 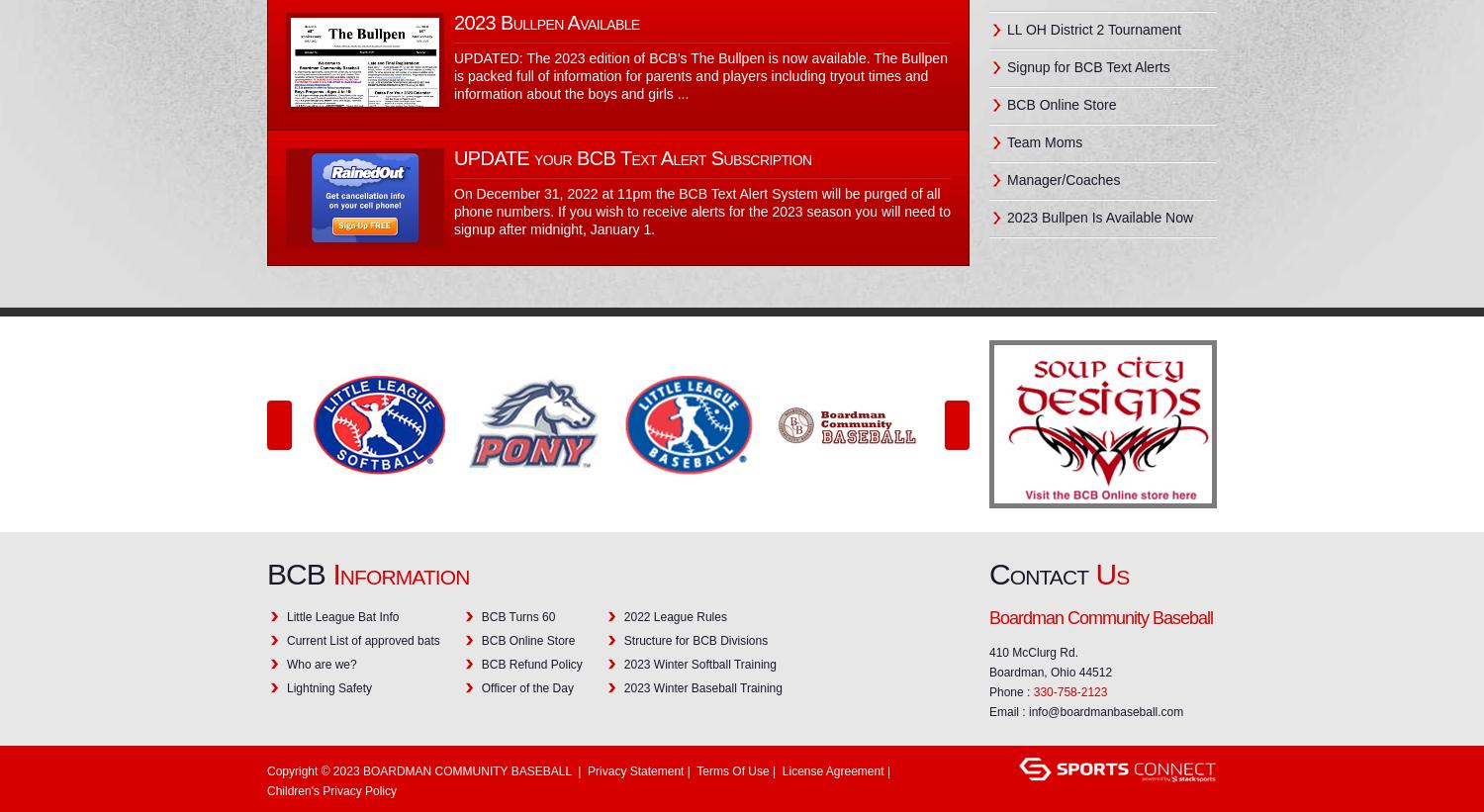 I want to click on 'BCB', so click(x=300, y=573).